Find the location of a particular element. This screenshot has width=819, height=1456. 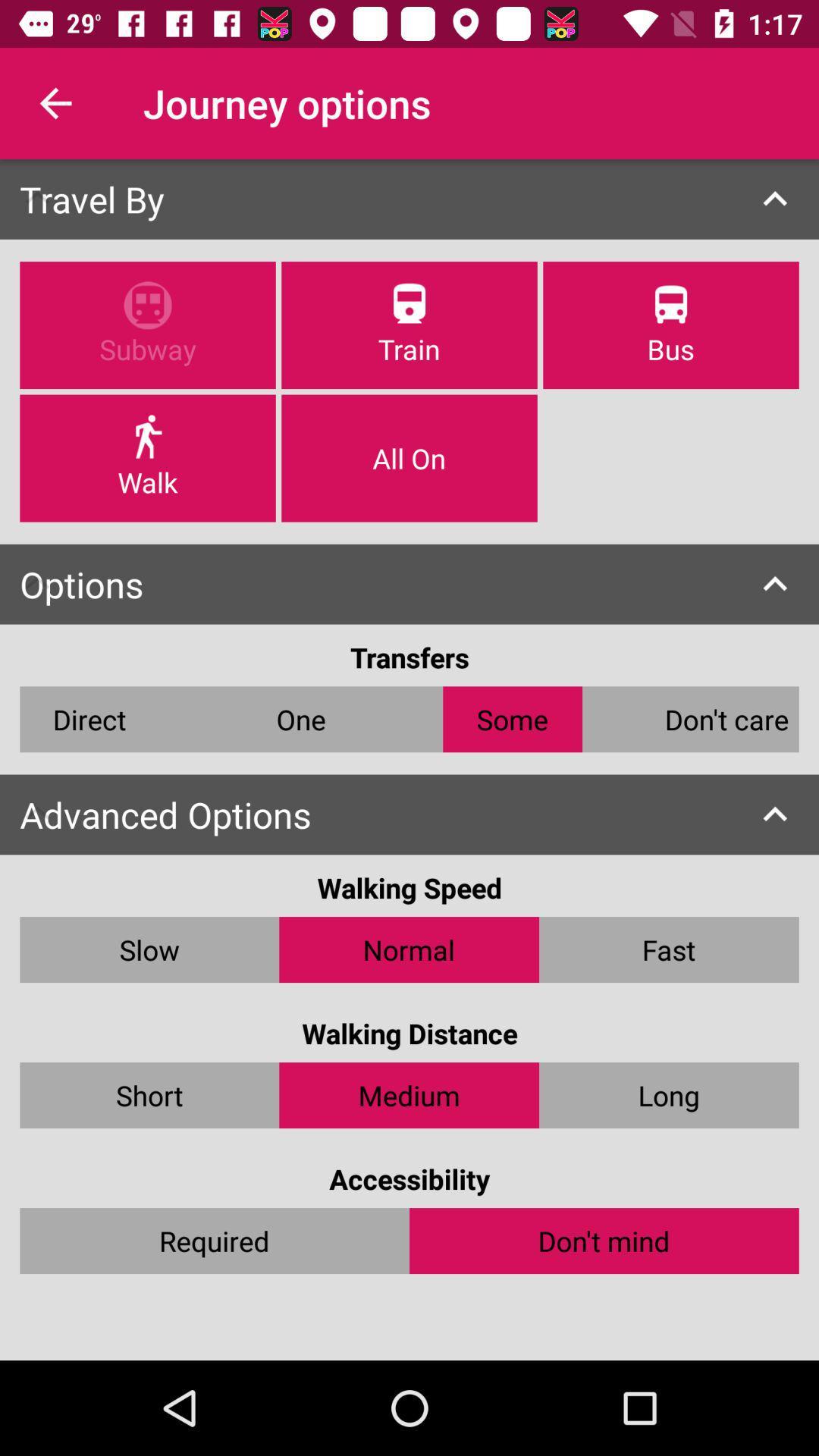

item next to the don't mind icon is located at coordinates (215, 1241).